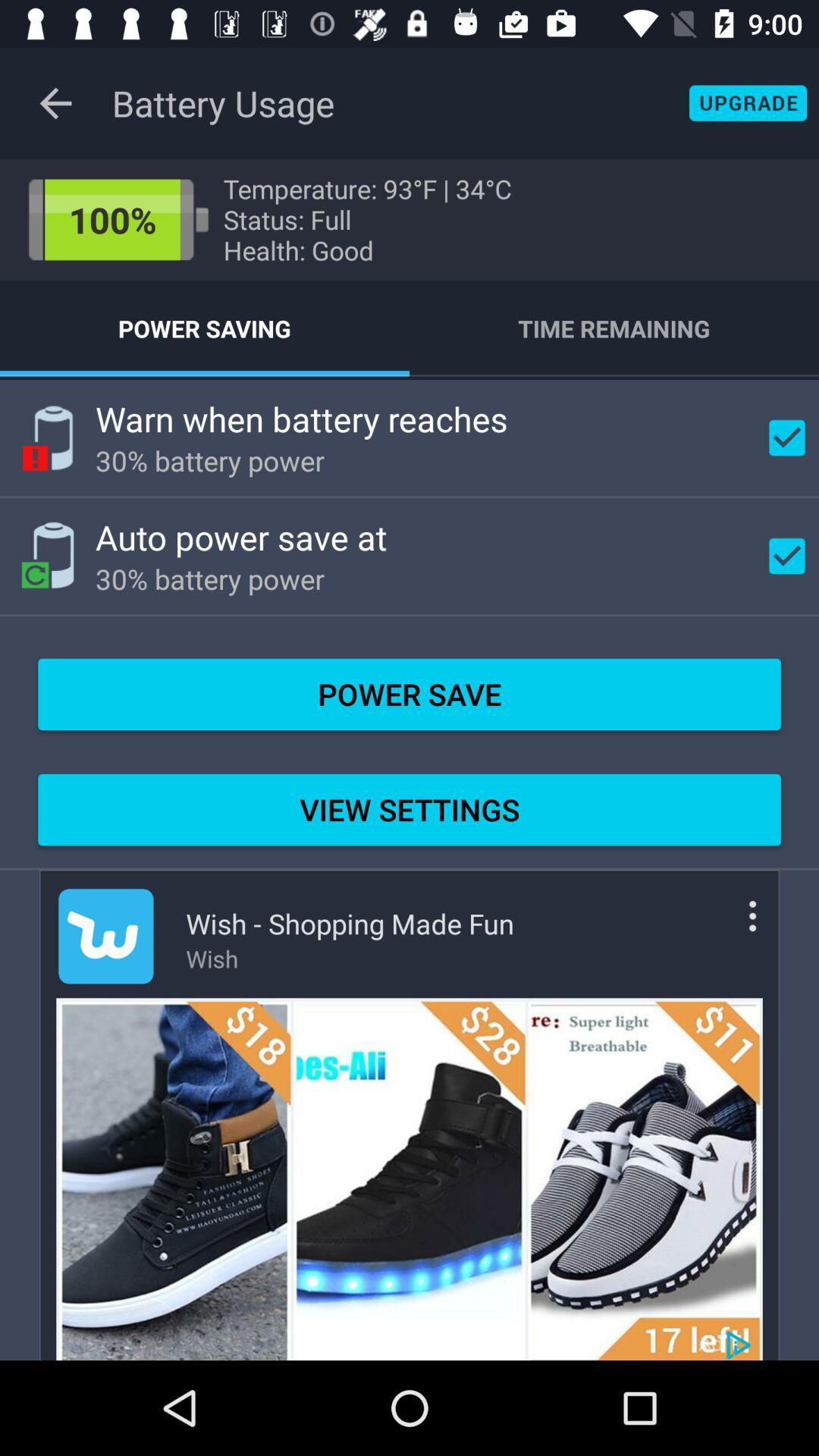 The image size is (819, 1456). What do you see at coordinates (55, 102) in the screenshot?
I see `go back` at bounding box center [55, 102].